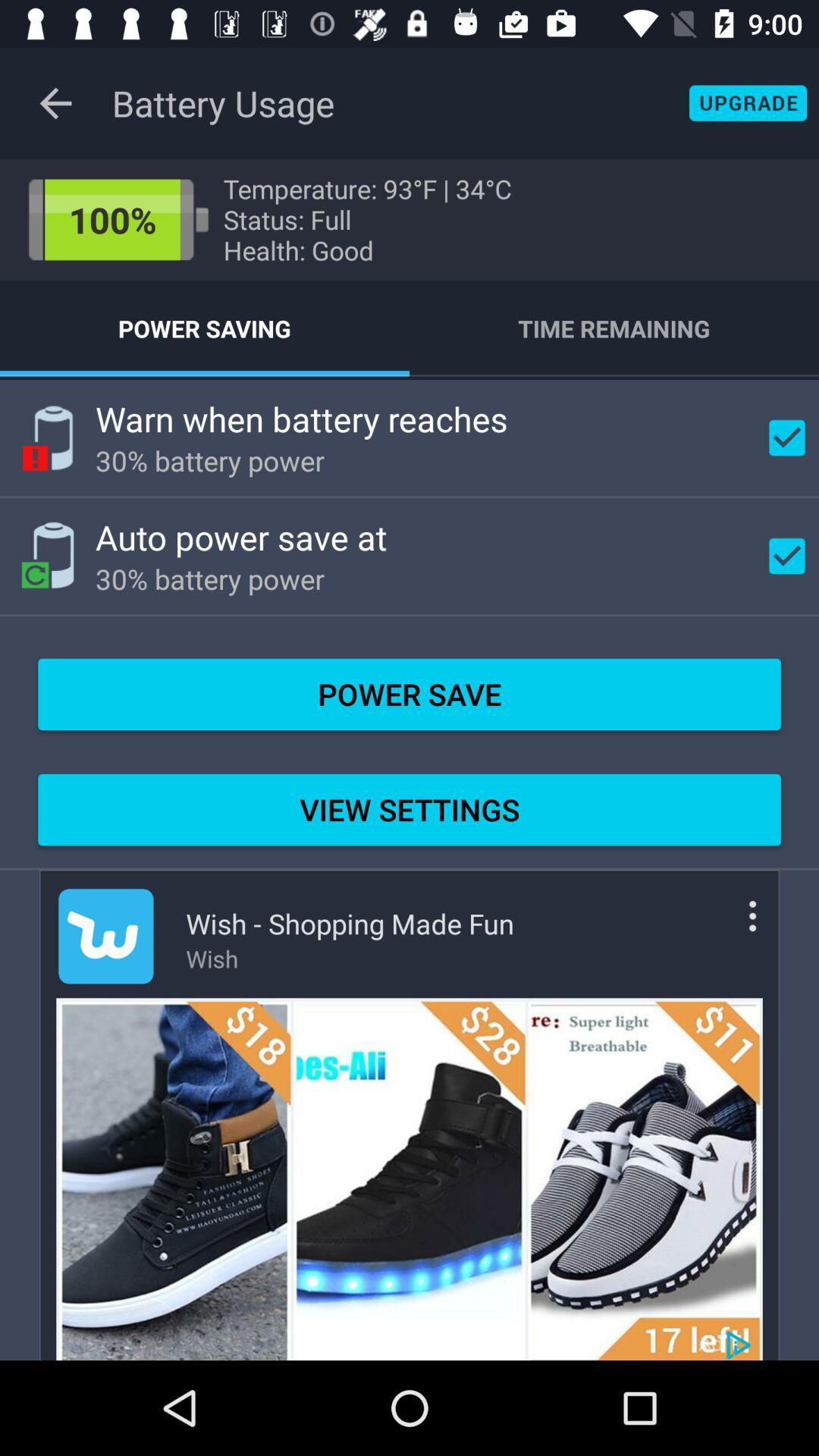 The image size is (819, 1456). What do you see at coordinates (55, 102) in the screenshot?
I see `go back` at bounding box center [55, 102].